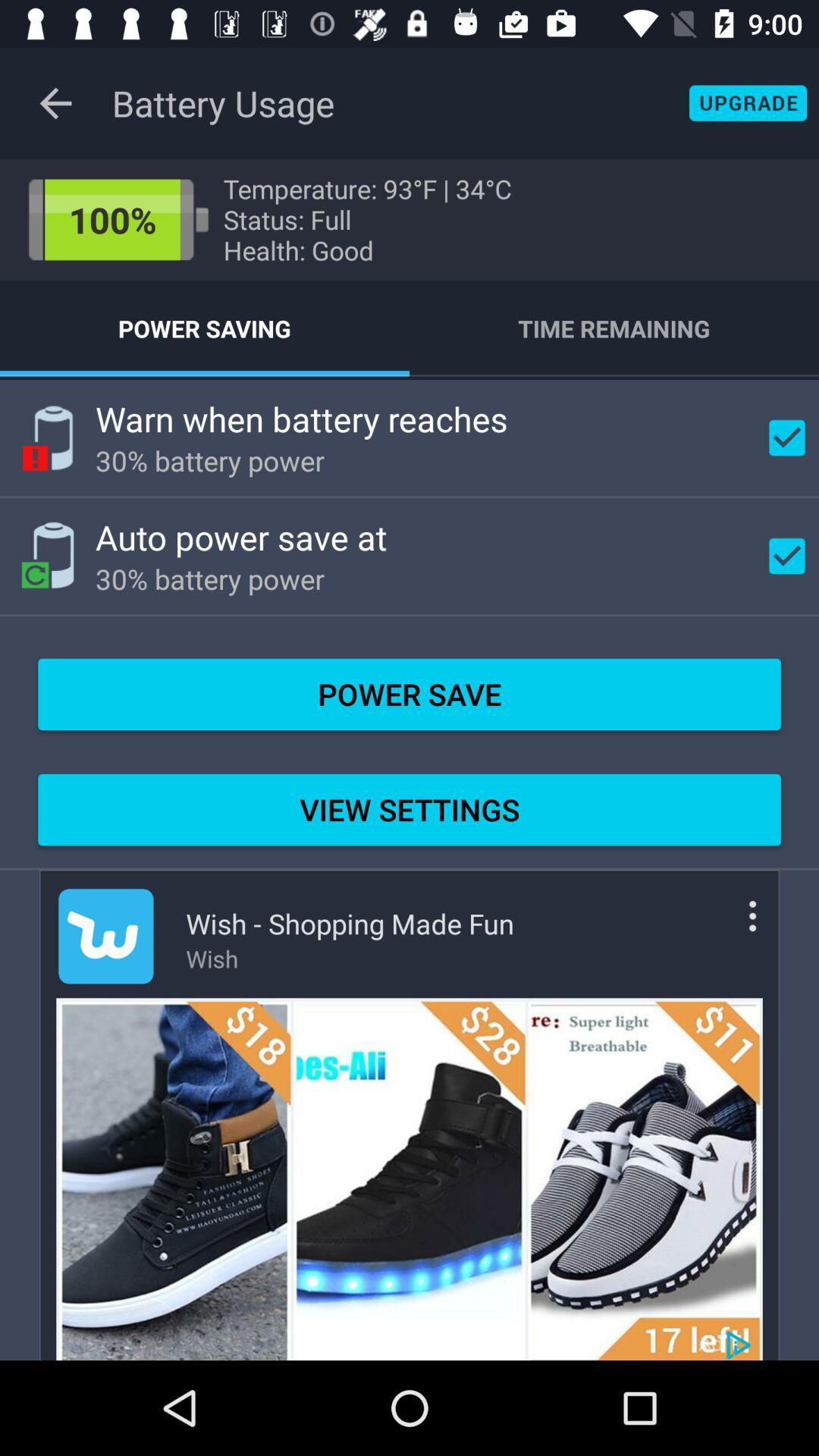 The image size is (819, 1456). What do you see at coordinates (55, 102) in the screenshot?
I see `go back` at bounding box center [55, 102].